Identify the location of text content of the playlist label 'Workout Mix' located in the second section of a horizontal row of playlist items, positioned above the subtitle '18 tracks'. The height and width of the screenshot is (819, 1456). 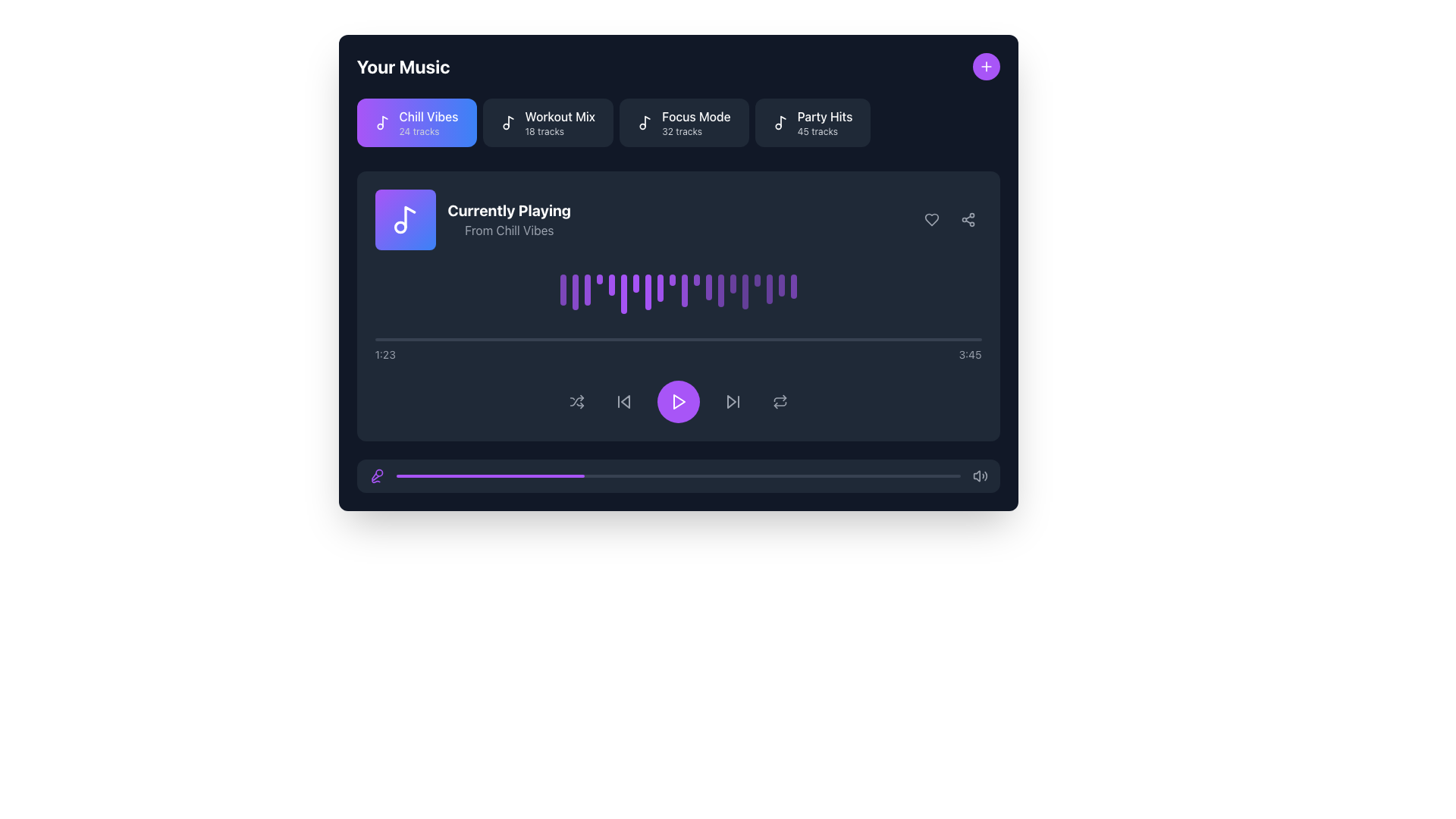
(559, 116).